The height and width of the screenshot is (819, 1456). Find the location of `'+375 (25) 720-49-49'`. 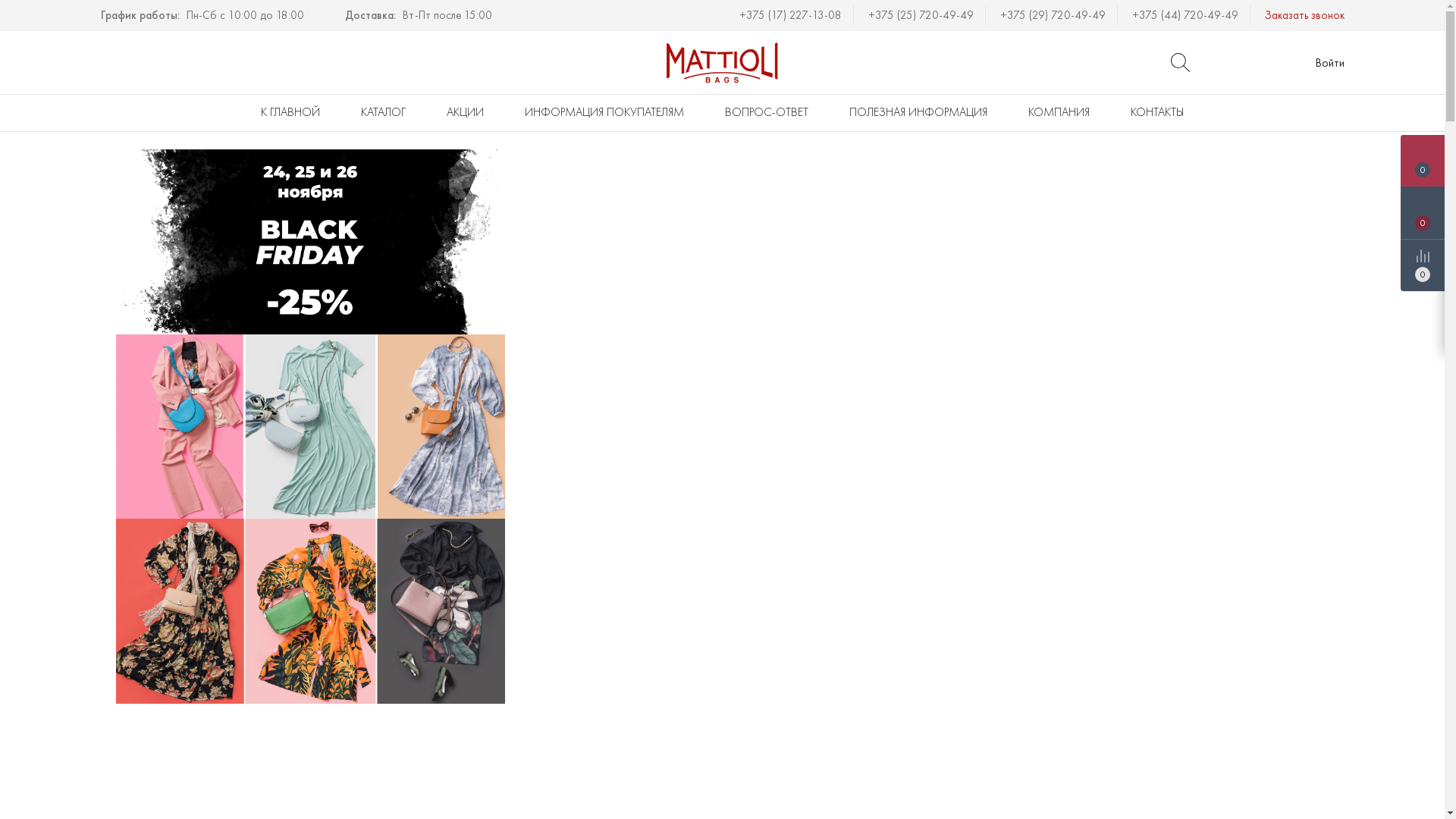

'+375 (25) 720-49-49' is located at coordinates (924, 15).